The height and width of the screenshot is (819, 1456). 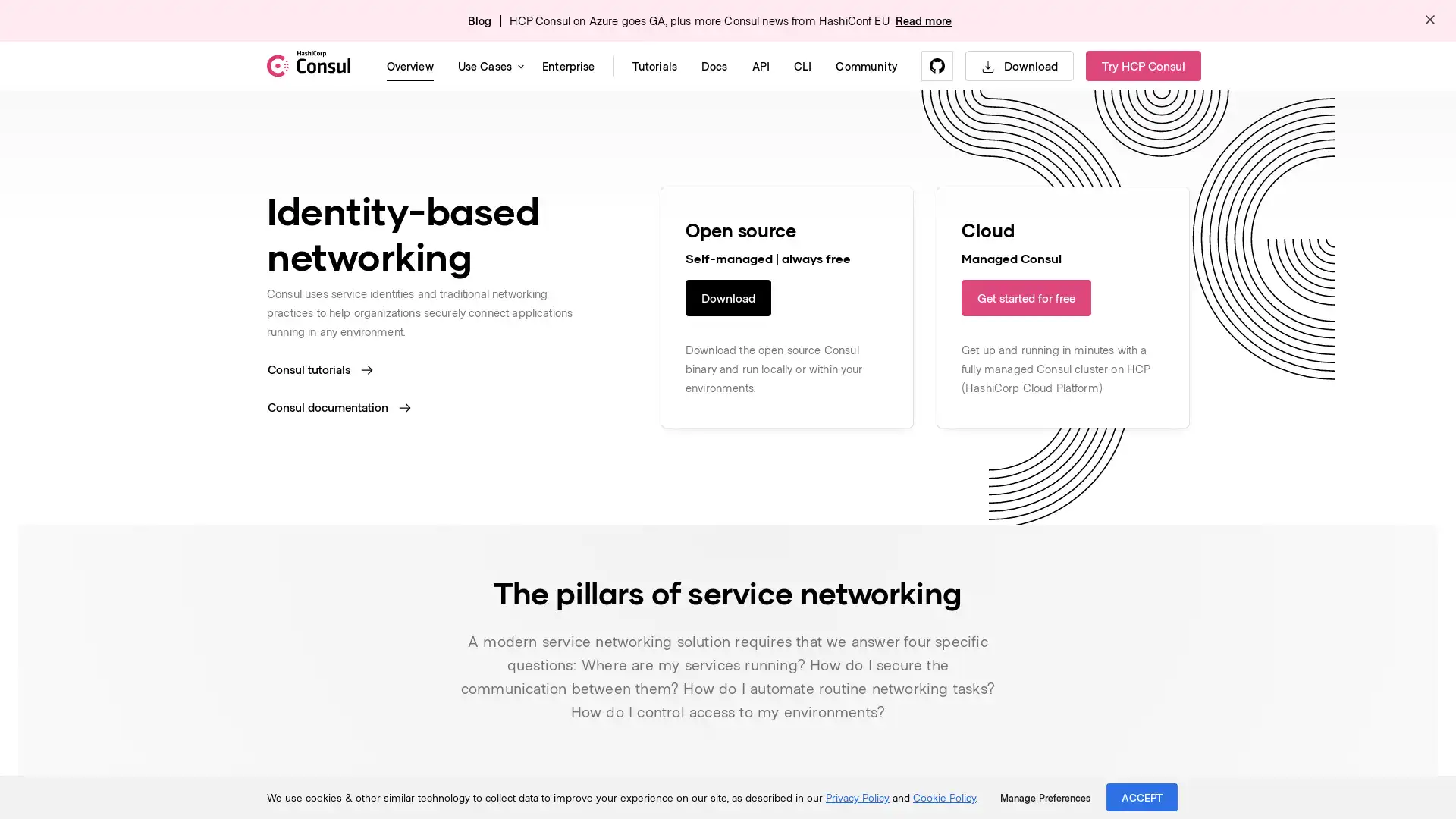 I want to click on ACCEPT, so click(x=1142, y=796).